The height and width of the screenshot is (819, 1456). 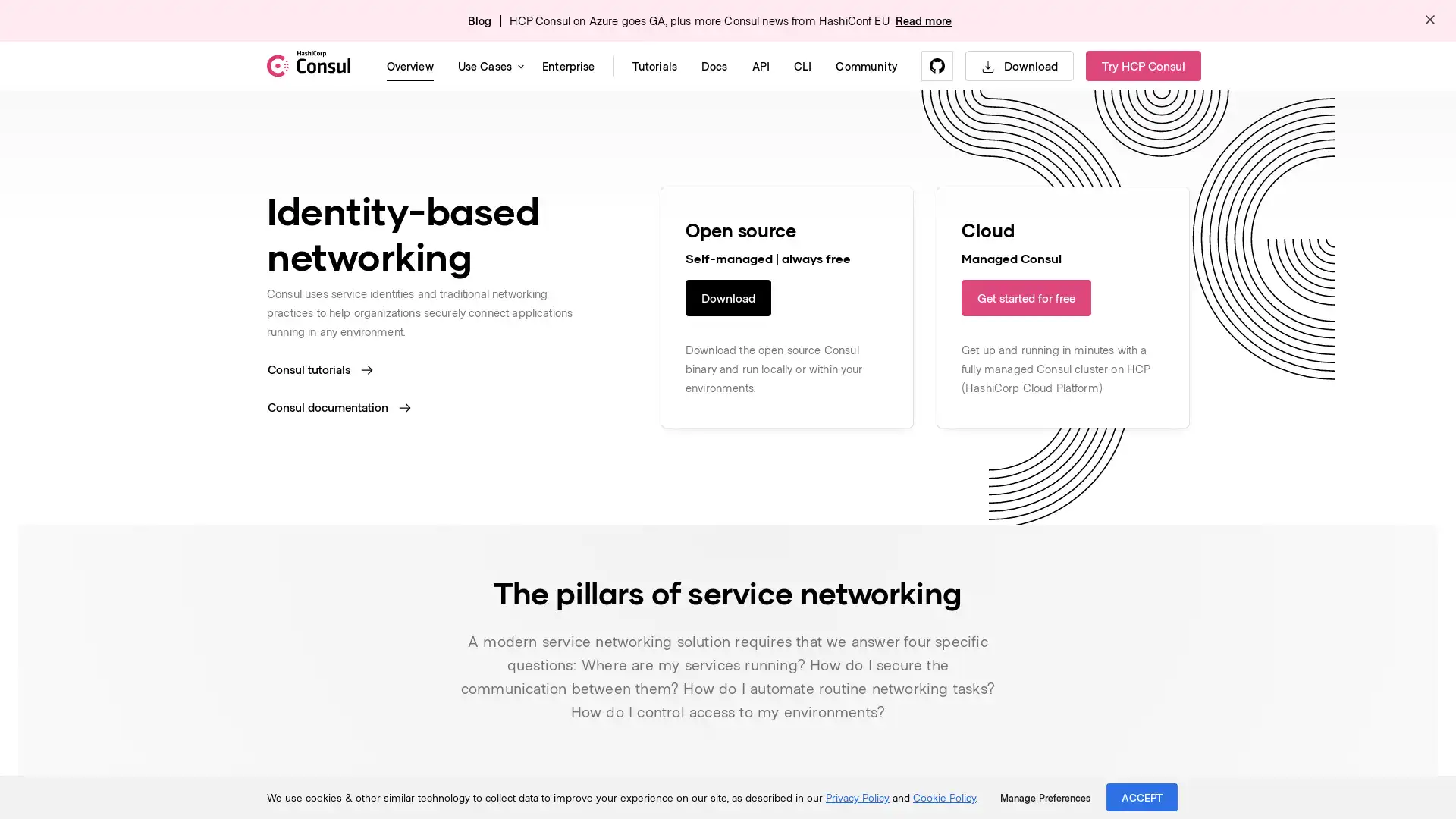 I want to click on ACCEPT, so click(x=1142, y=796).